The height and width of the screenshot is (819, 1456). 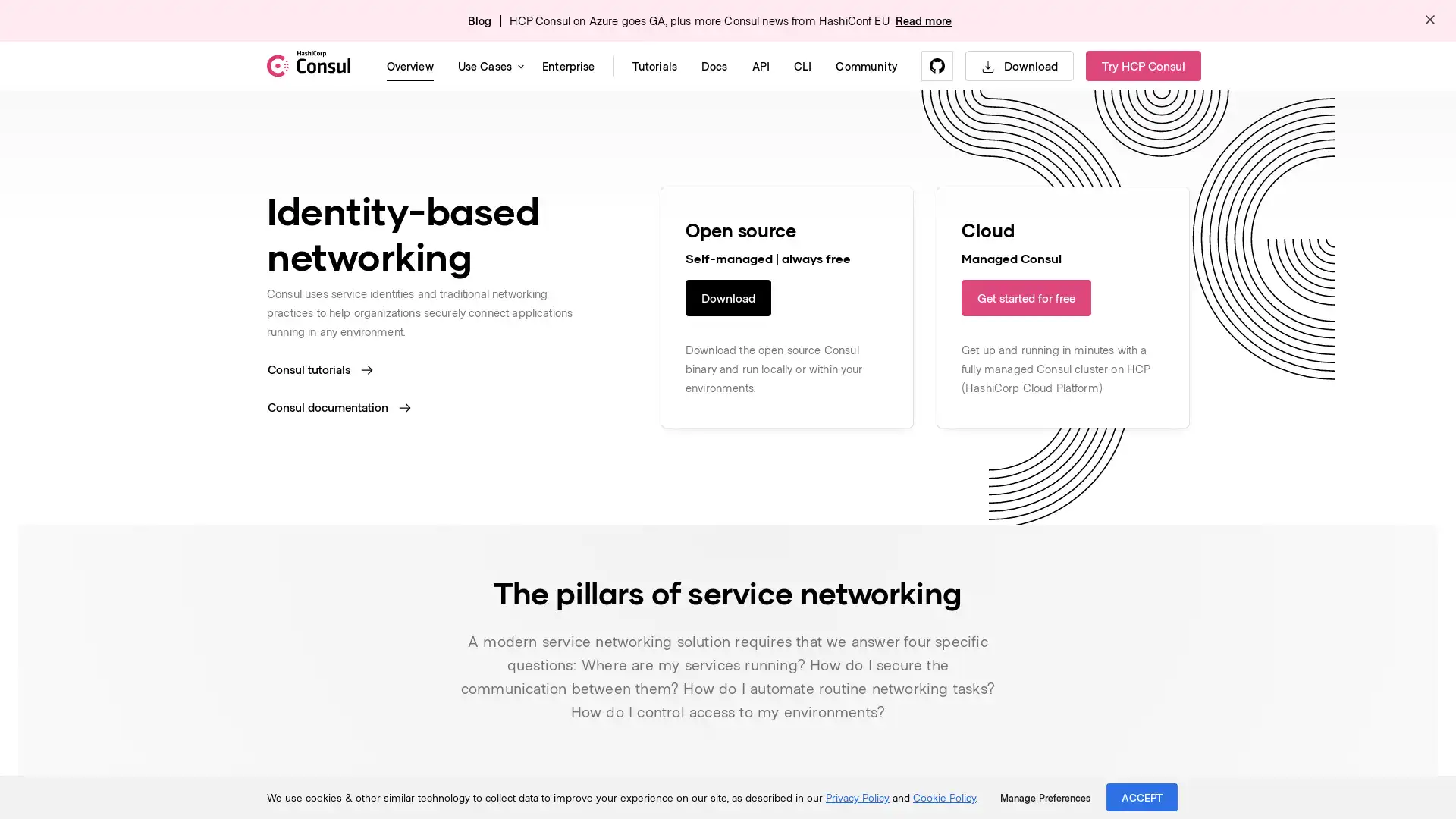 I want to click on ACCEPT, so click(x=1142, y=796).